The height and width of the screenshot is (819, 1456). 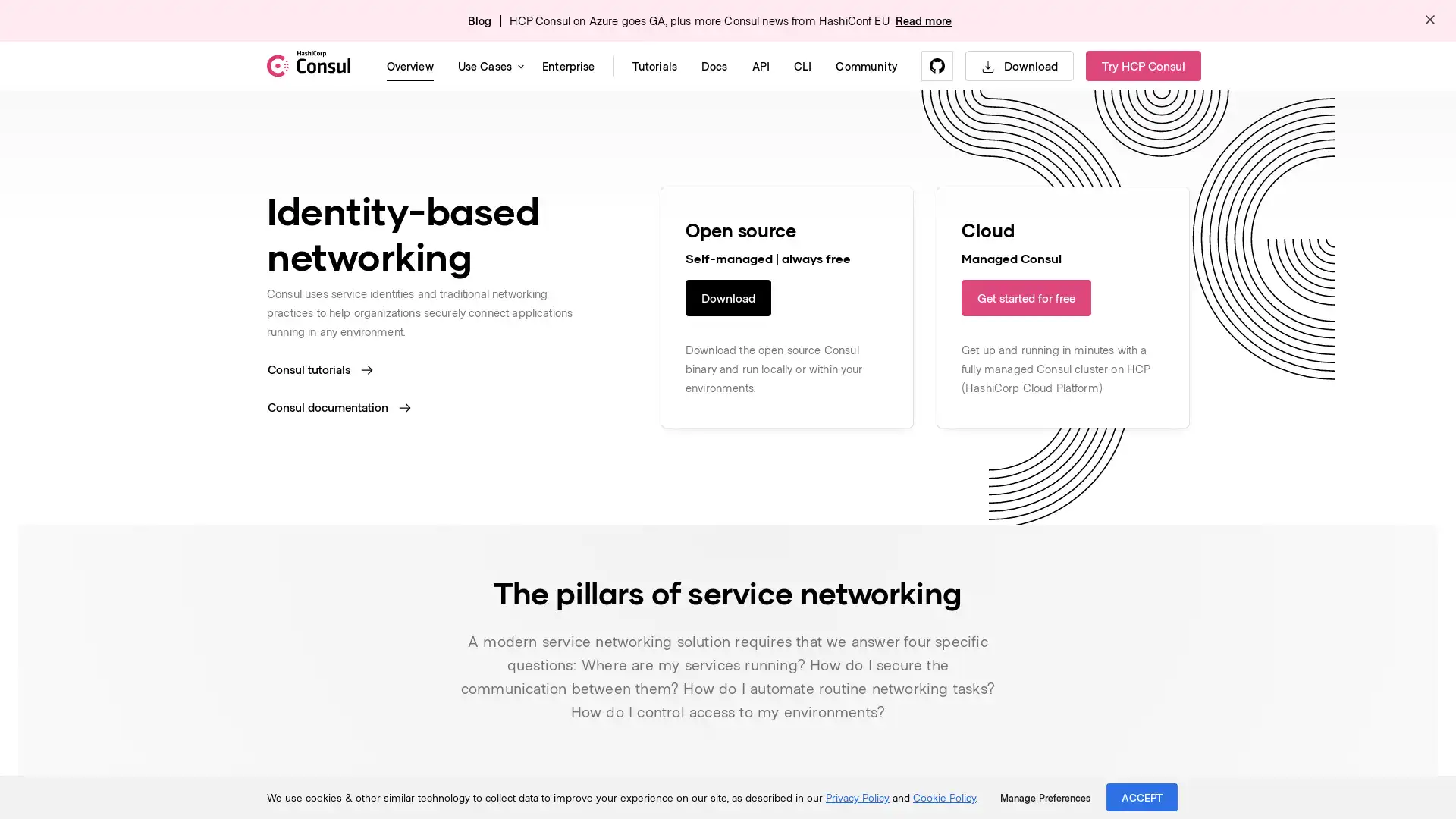 I want to click on ACCEPT, so click(x=1142, y=796).